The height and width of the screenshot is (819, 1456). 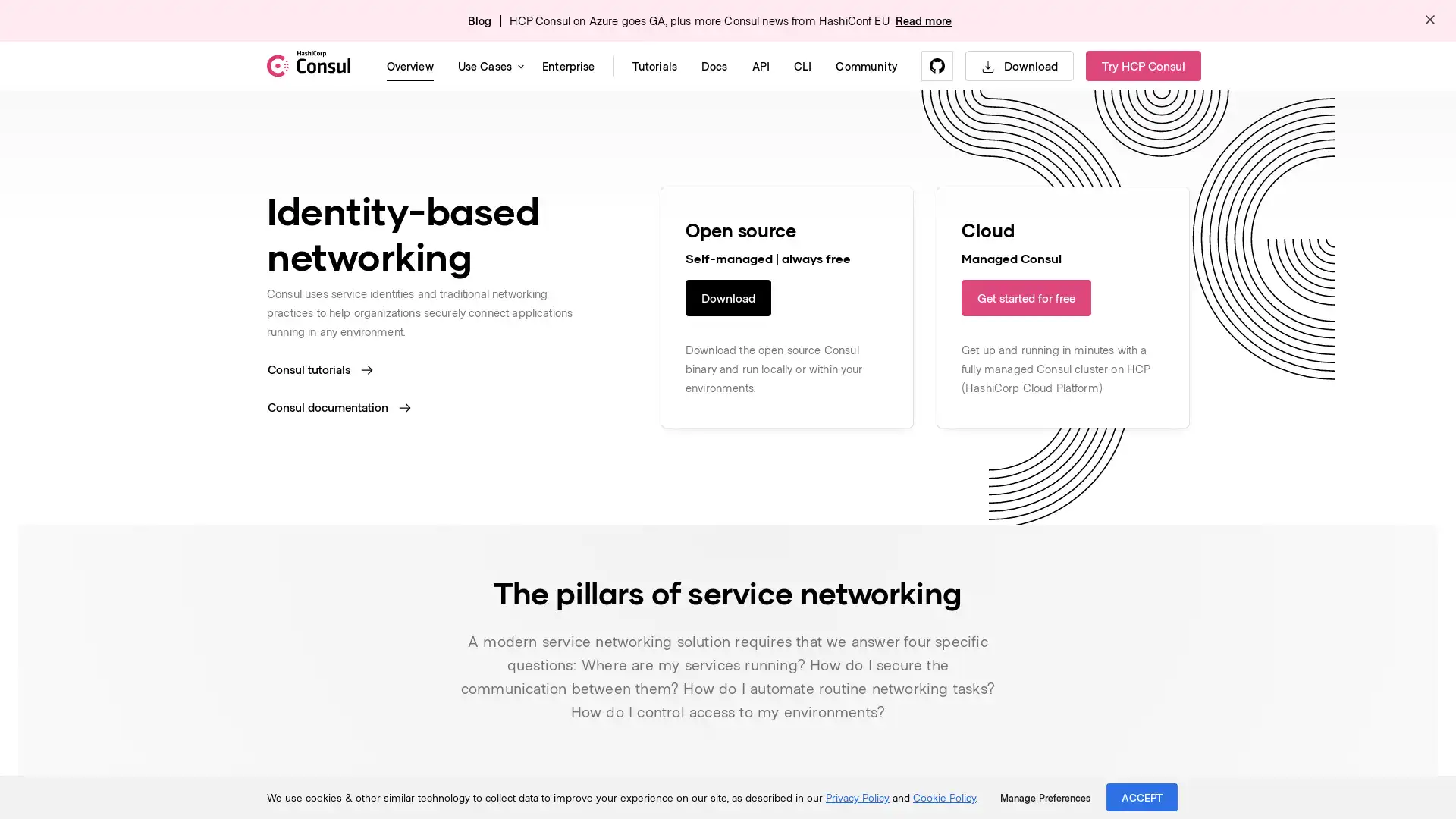 I want to click on ACCEPT, so click(x=1142, y=796).